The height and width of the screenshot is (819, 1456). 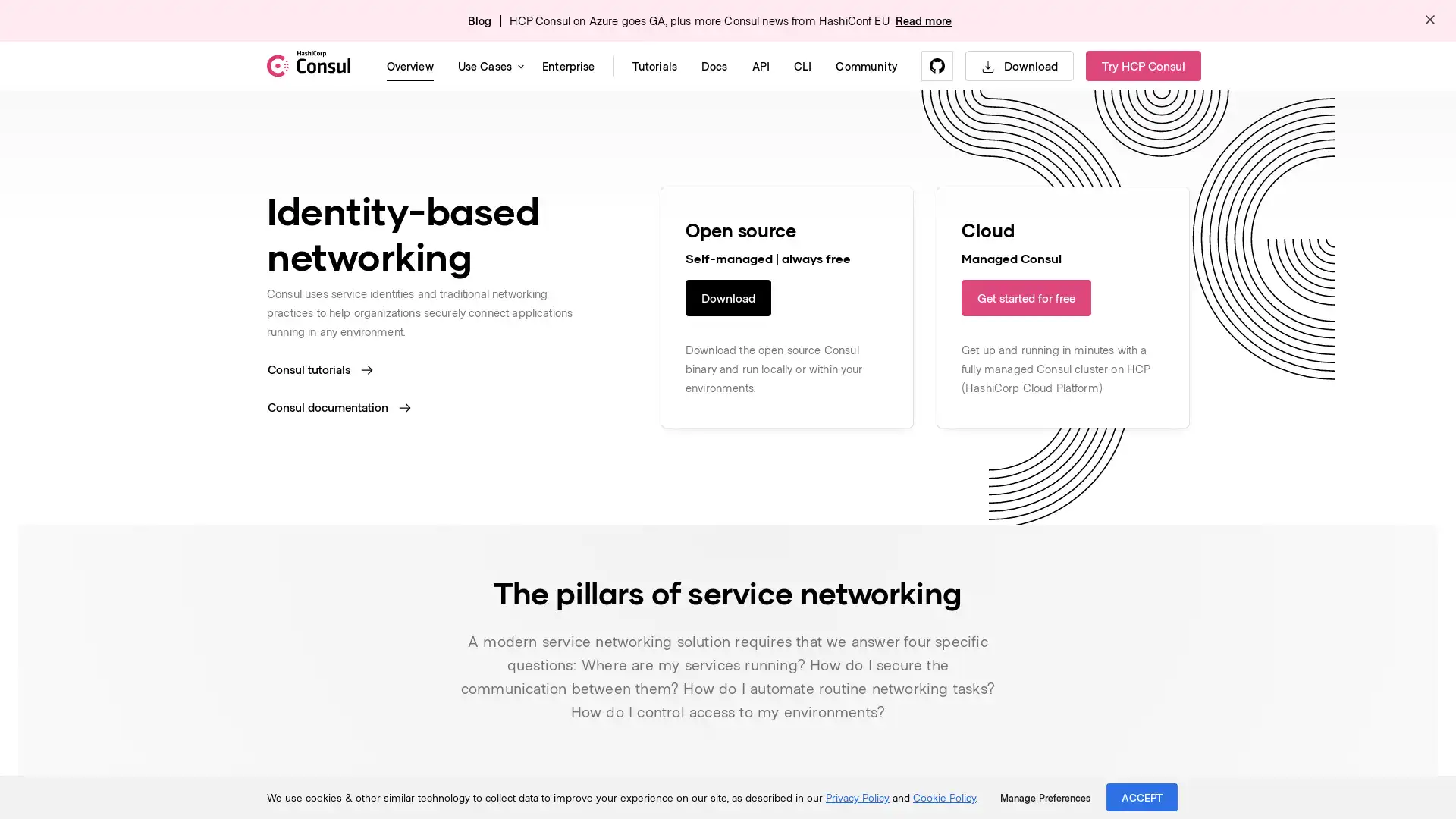 I want to click on ACCEPT, so click(x=1142, y=796).